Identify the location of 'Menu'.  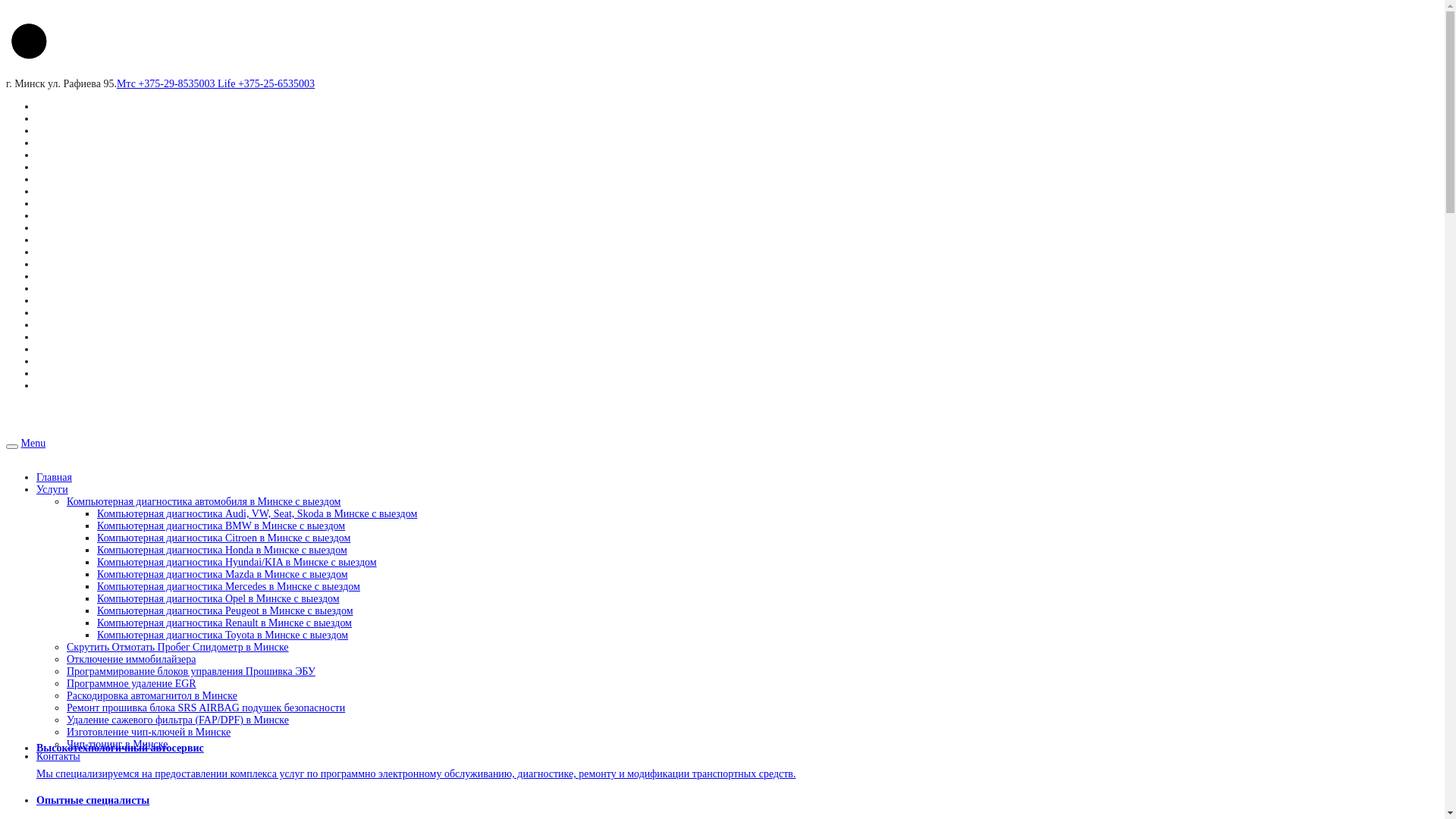
(33, 443).